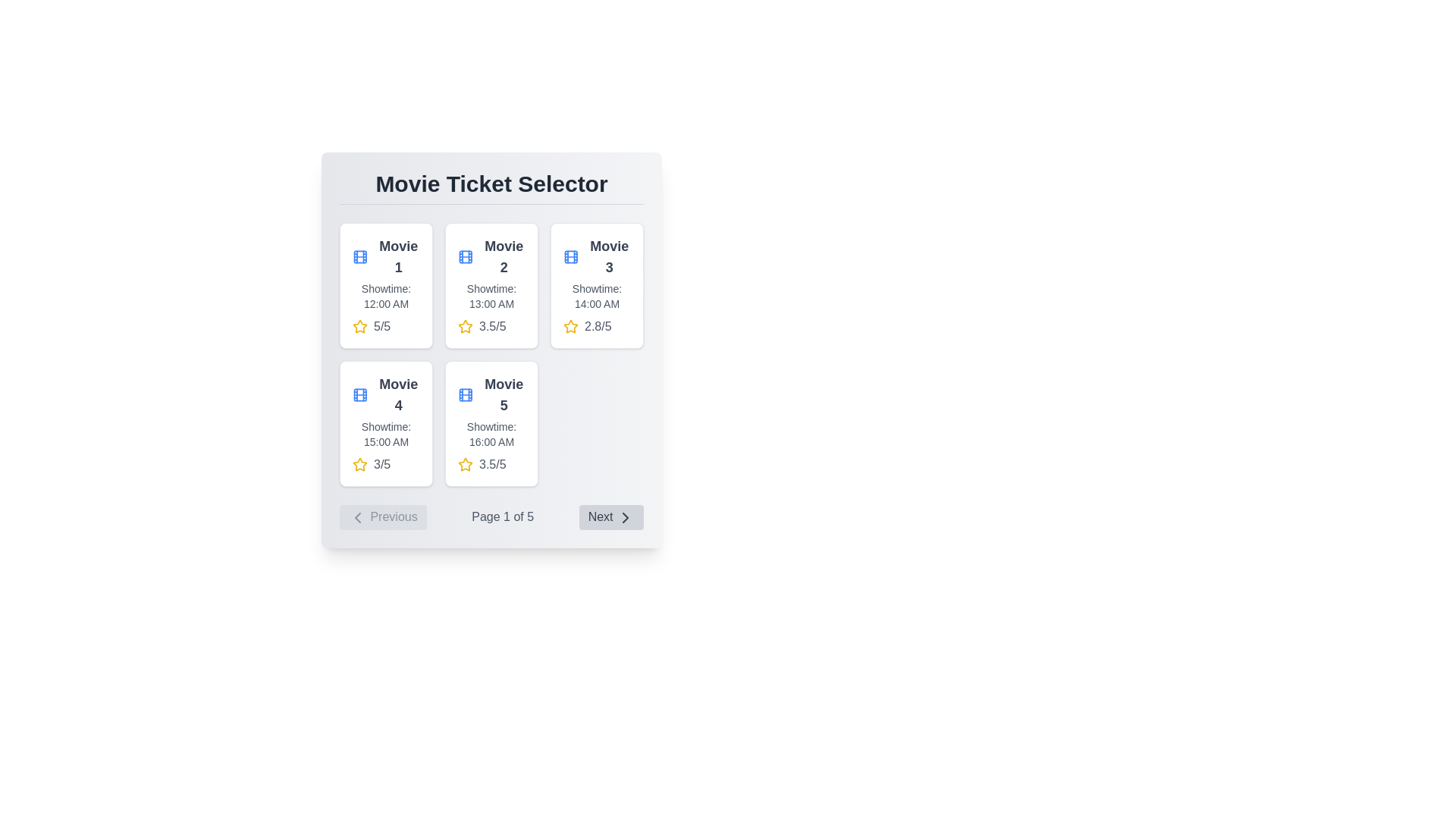 Image resolution: width=1456 pixels, height=819 pixels. Describe the element at coordinates (596, 256) in the screenshot. I see `the text label with the title 'Movie 3' which is located in the upper portion of the third movie card in the grid` at that location.